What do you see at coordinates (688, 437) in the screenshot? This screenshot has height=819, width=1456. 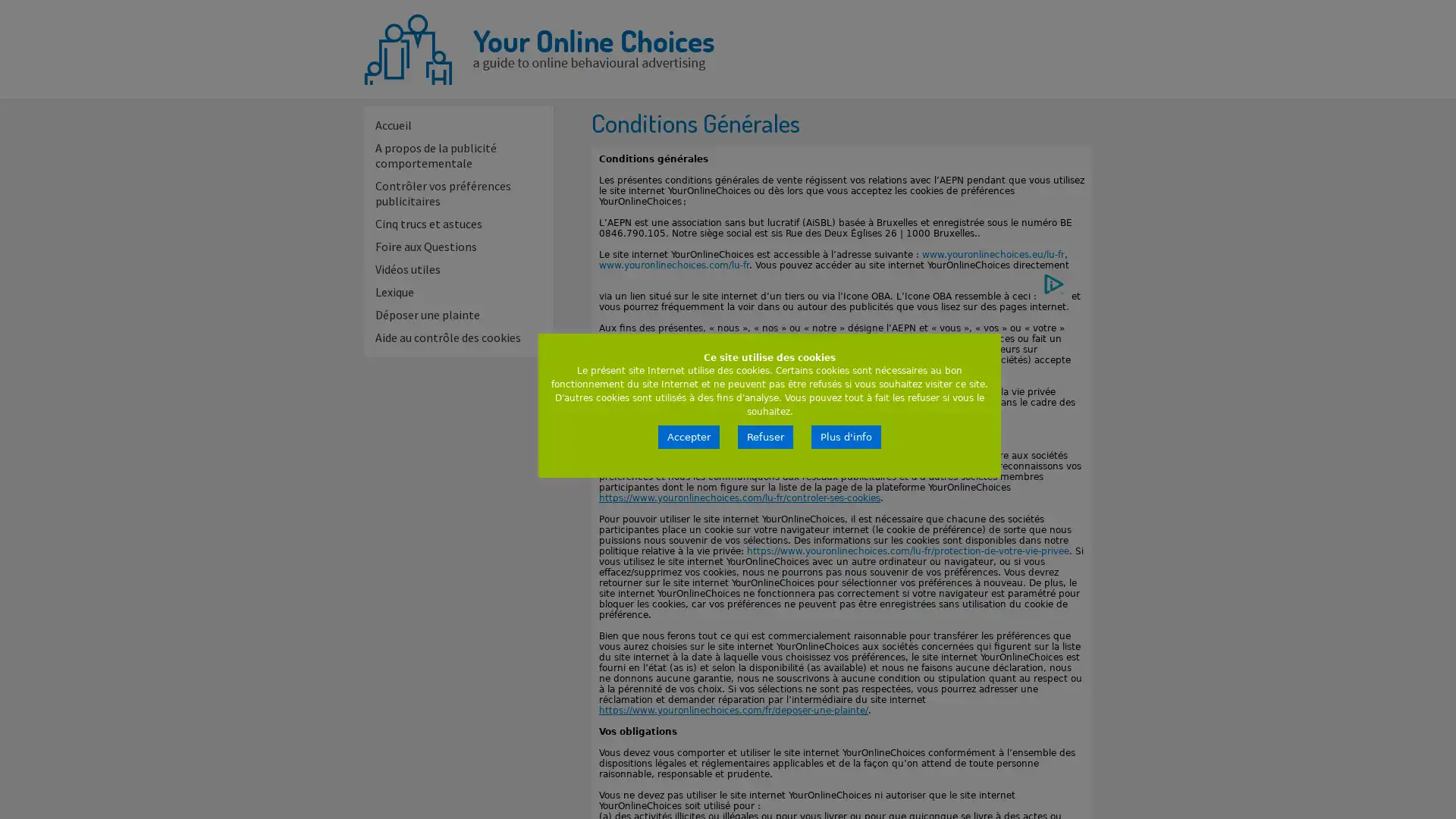 I see `Accepter` at bounding box center [688, 437].